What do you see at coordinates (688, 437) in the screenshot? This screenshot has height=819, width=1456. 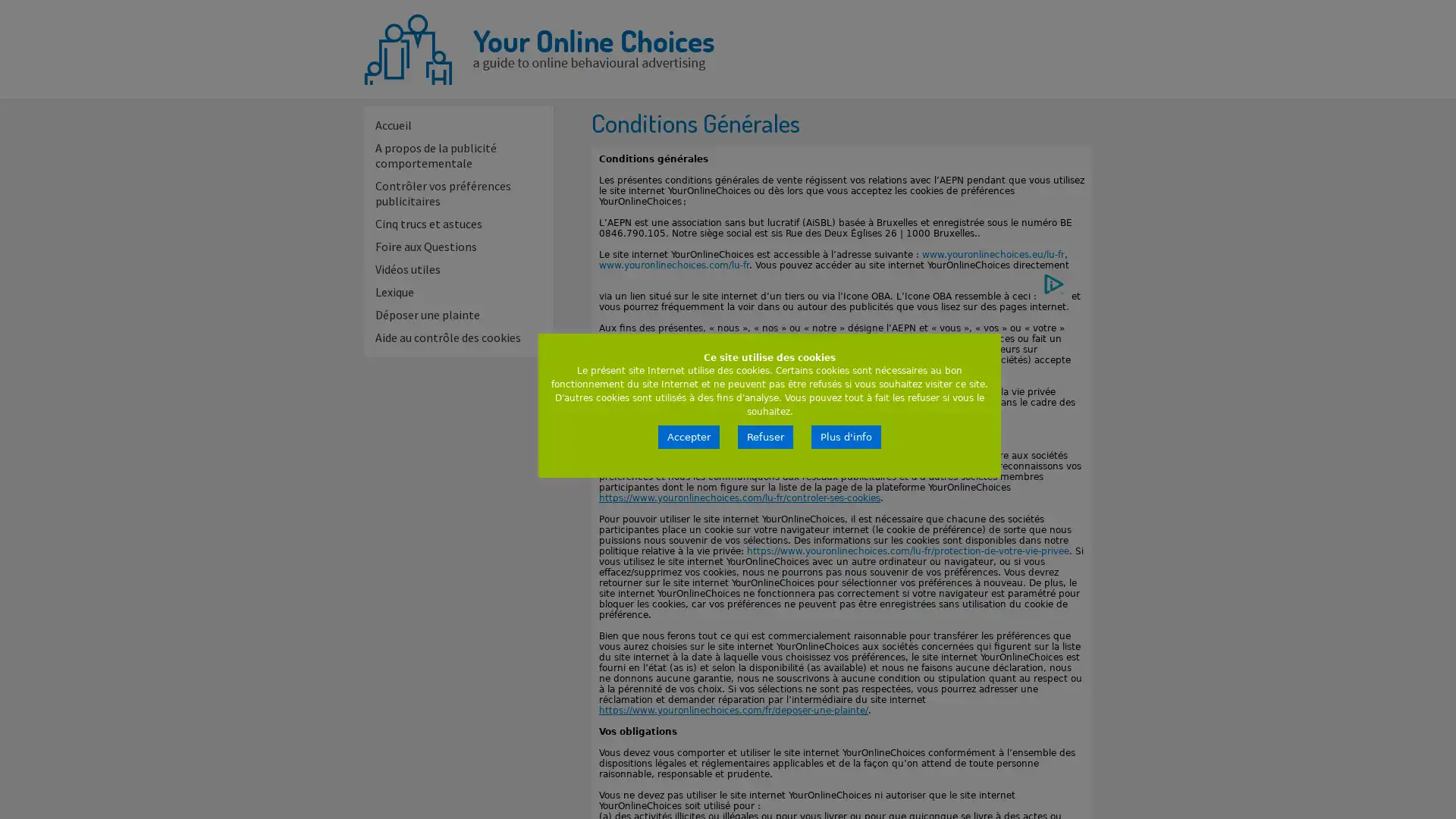 I see `Accepter` at bounding box center [688, 437].